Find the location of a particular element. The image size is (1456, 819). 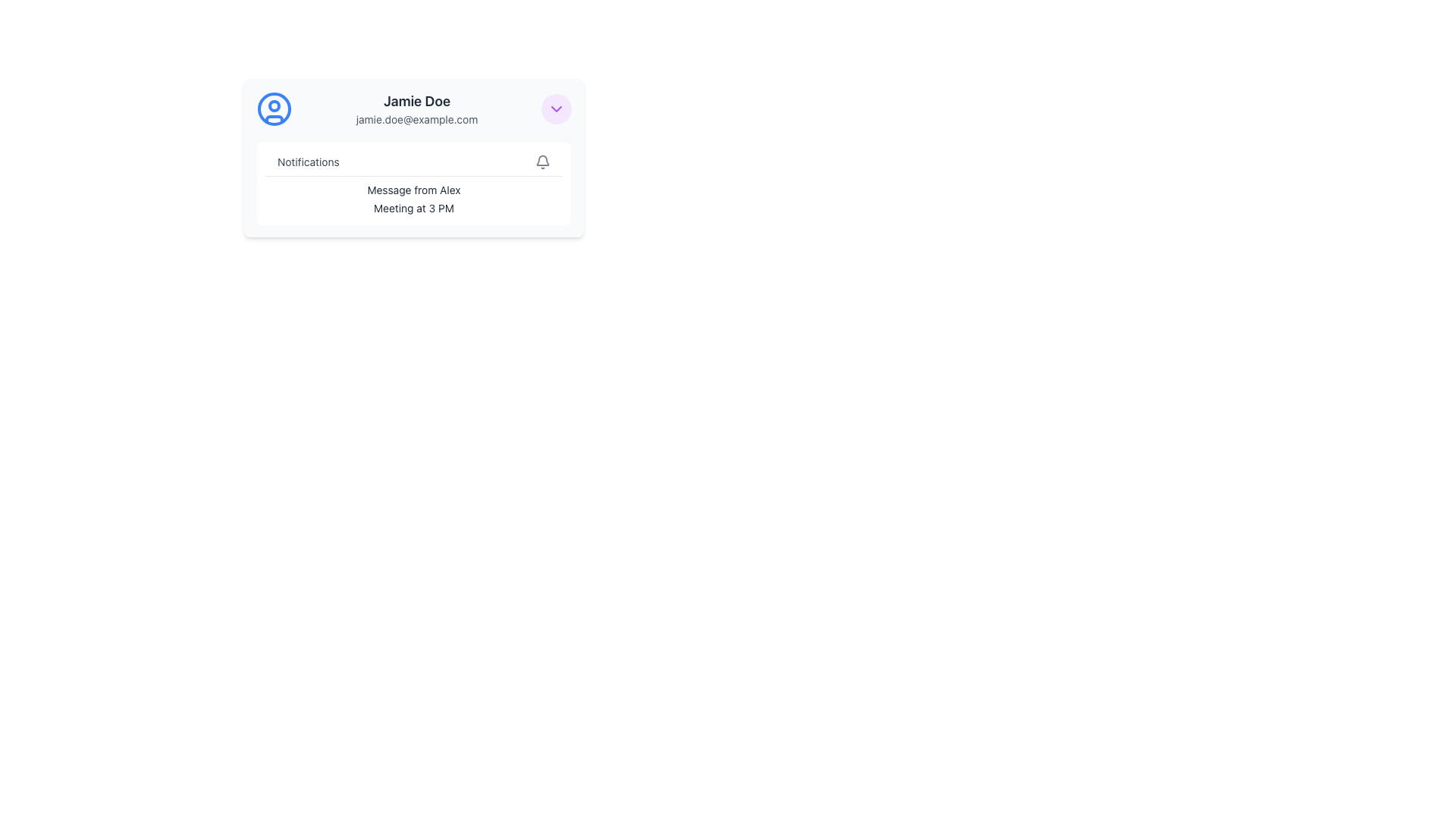

the notification card informing about a message from Alex and a scheduled meeting at 3 PM, located below the user details section in the profile card layout is located at coordinates (414, 181).